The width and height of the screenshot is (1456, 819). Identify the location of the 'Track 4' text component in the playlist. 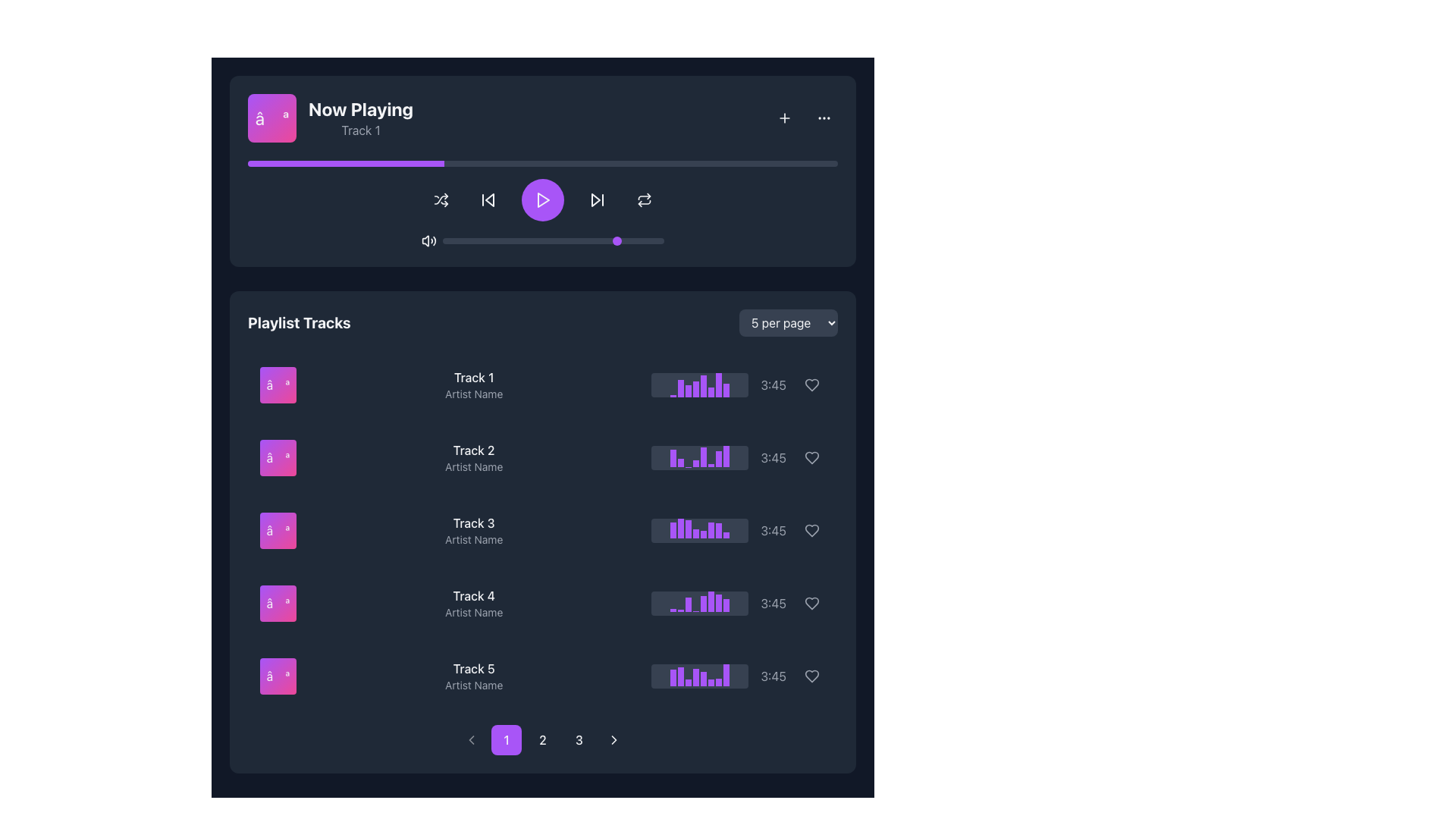
(472, 602).